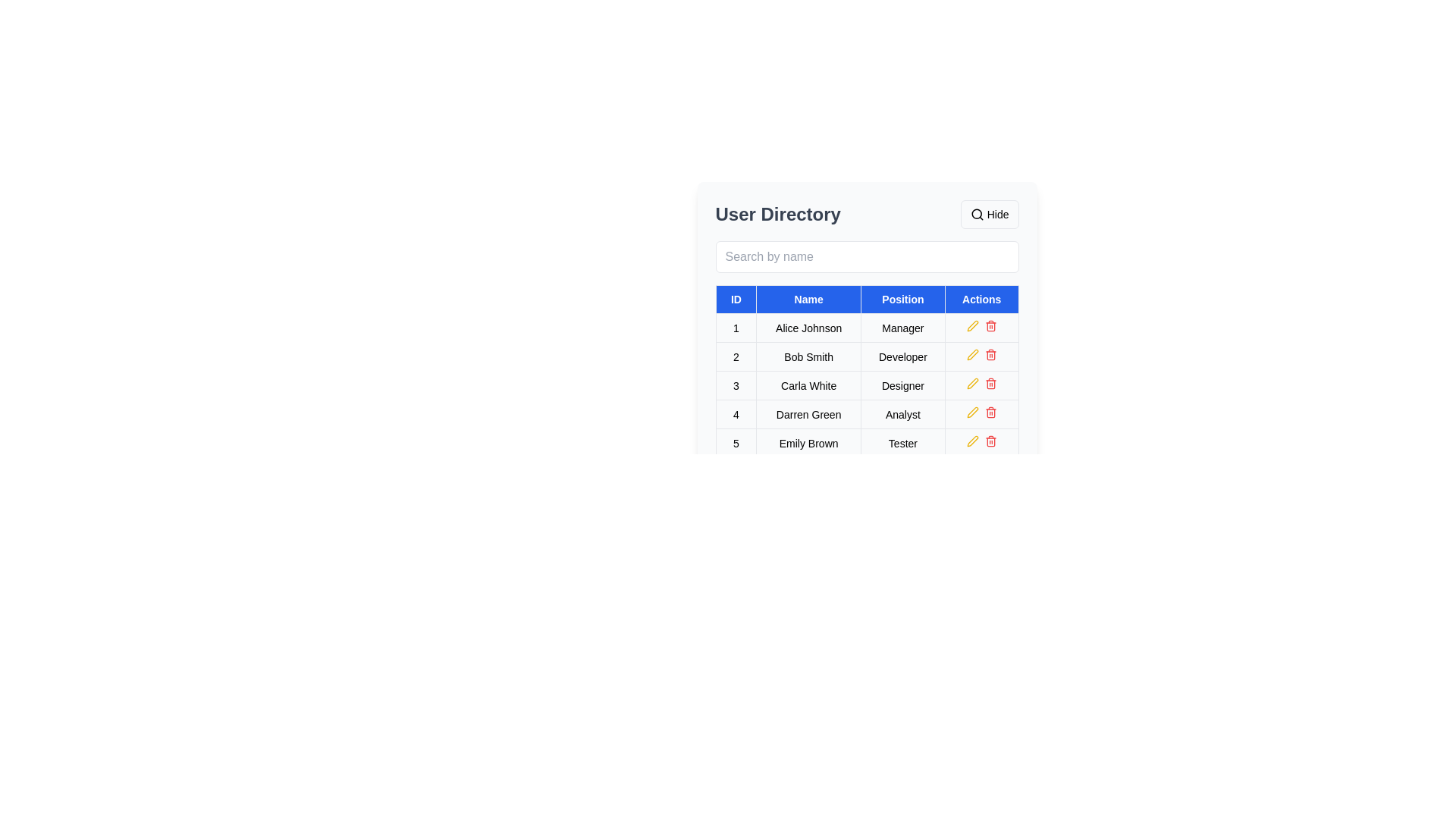  I want to click on the last row of the table representing a user entry with ID '5', so click(867, 443).